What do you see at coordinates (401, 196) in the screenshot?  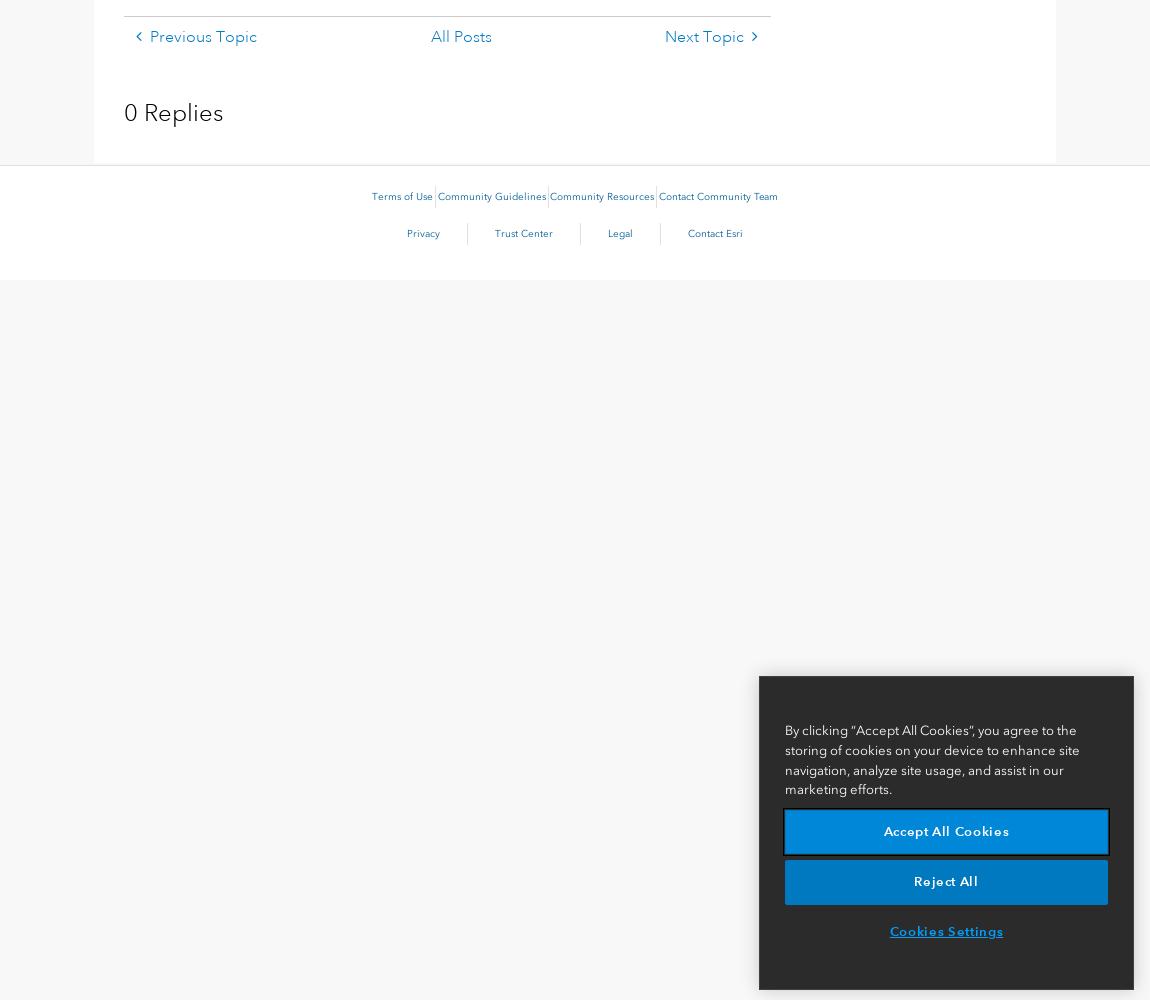 I see `'Terms of Use'` at bounding box center [401, 196].